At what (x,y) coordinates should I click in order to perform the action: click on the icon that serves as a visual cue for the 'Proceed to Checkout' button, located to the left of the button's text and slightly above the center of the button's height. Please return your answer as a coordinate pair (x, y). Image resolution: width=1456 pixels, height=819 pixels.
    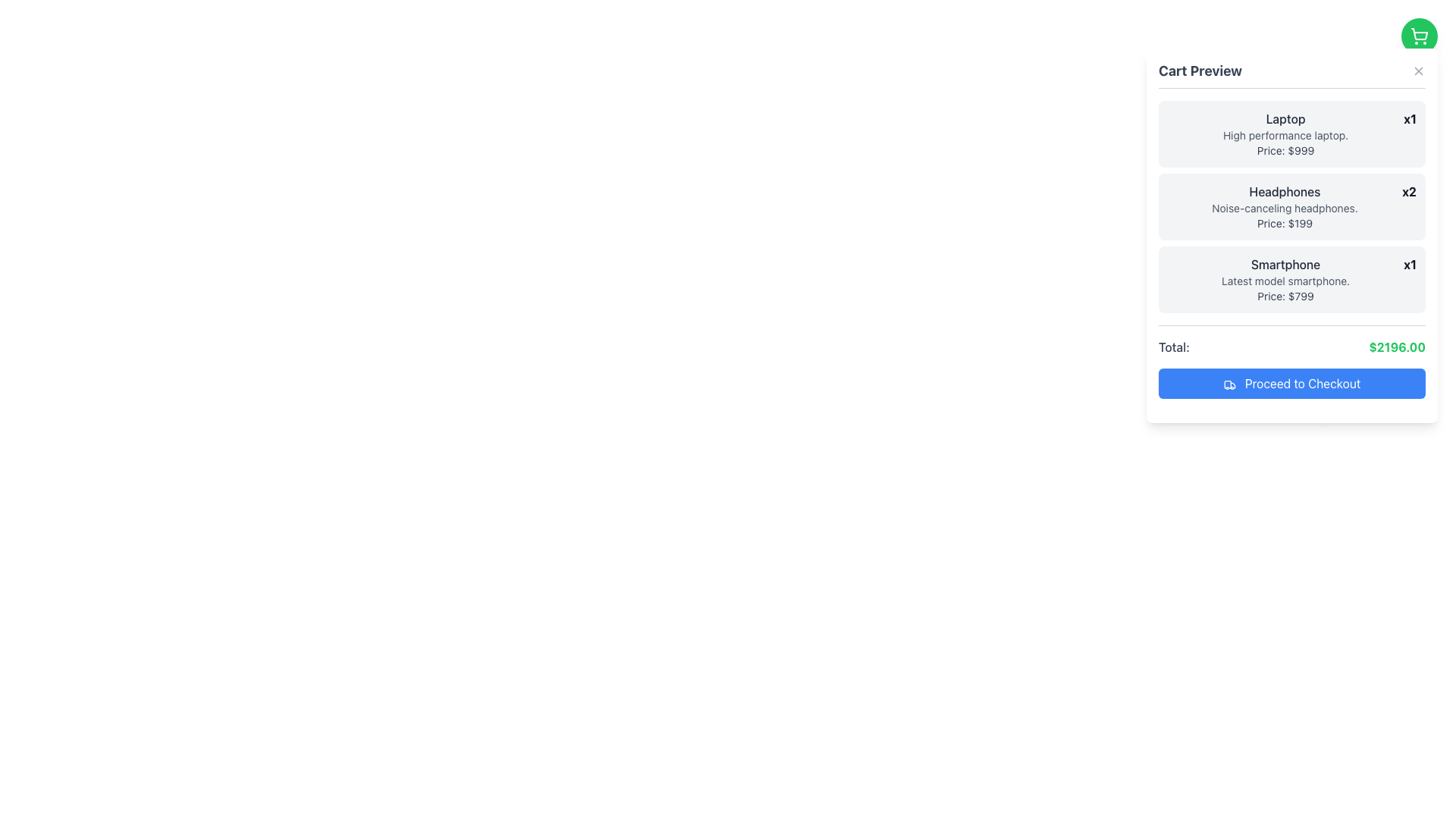
    Looking at the image, I should click on (1229, 384).